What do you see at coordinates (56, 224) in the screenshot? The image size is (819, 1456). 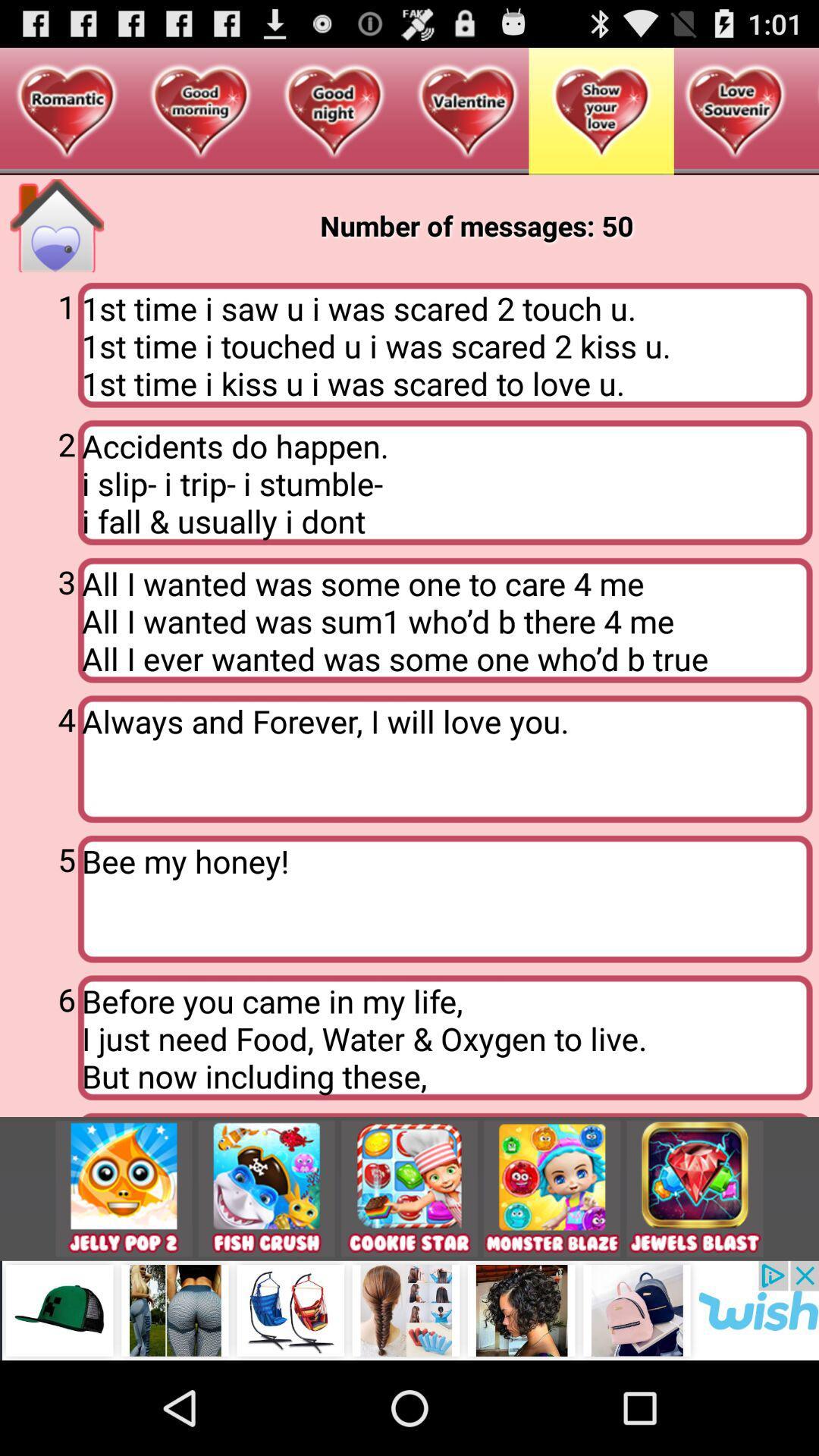 I see `messages box` at bounding box center [56, 224].